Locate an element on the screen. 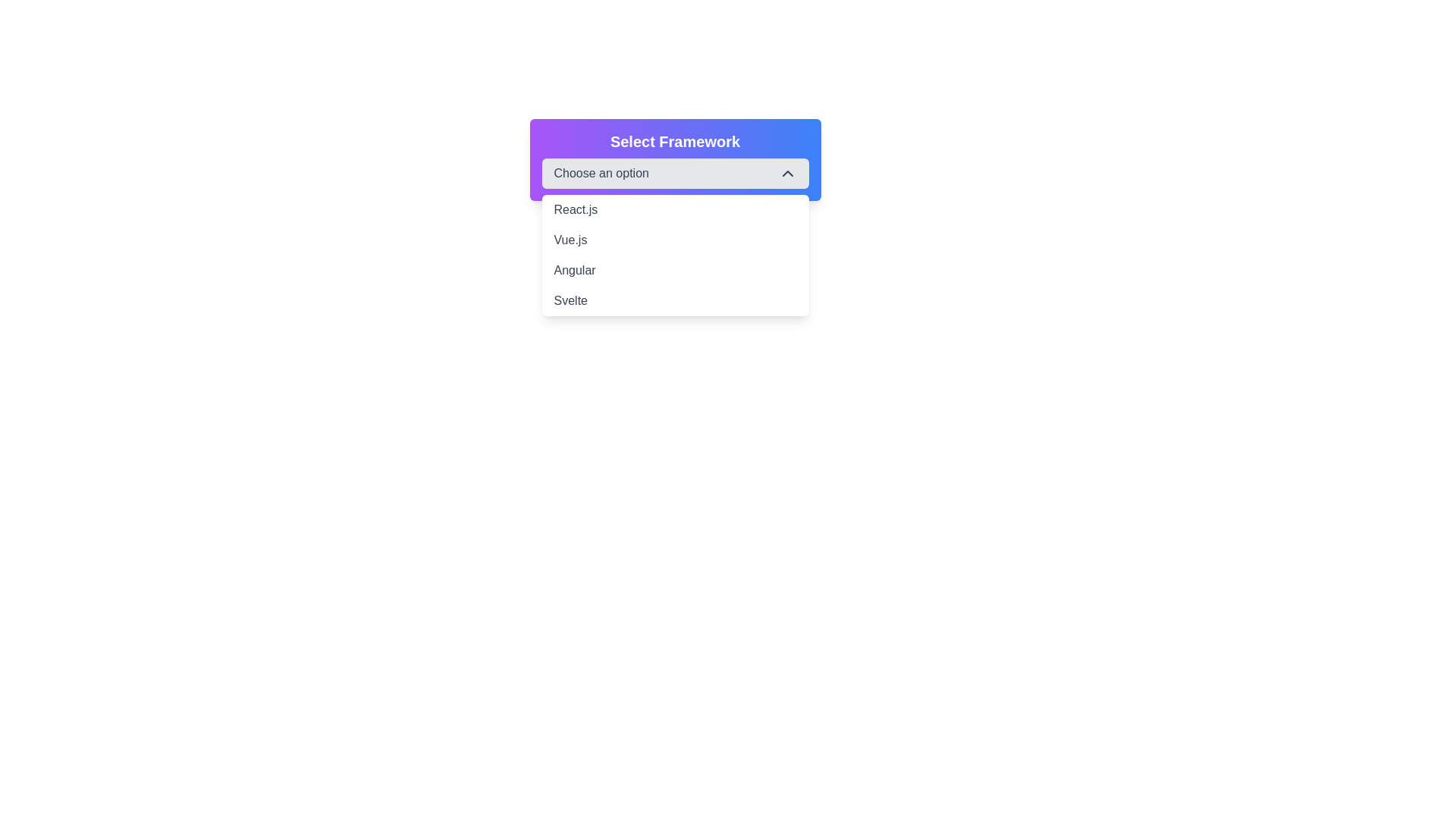 The width and height of the screenshot is (1456, 819). the dropdown menu located below the 'Choose an option' field is located at coordinates (674, 254).